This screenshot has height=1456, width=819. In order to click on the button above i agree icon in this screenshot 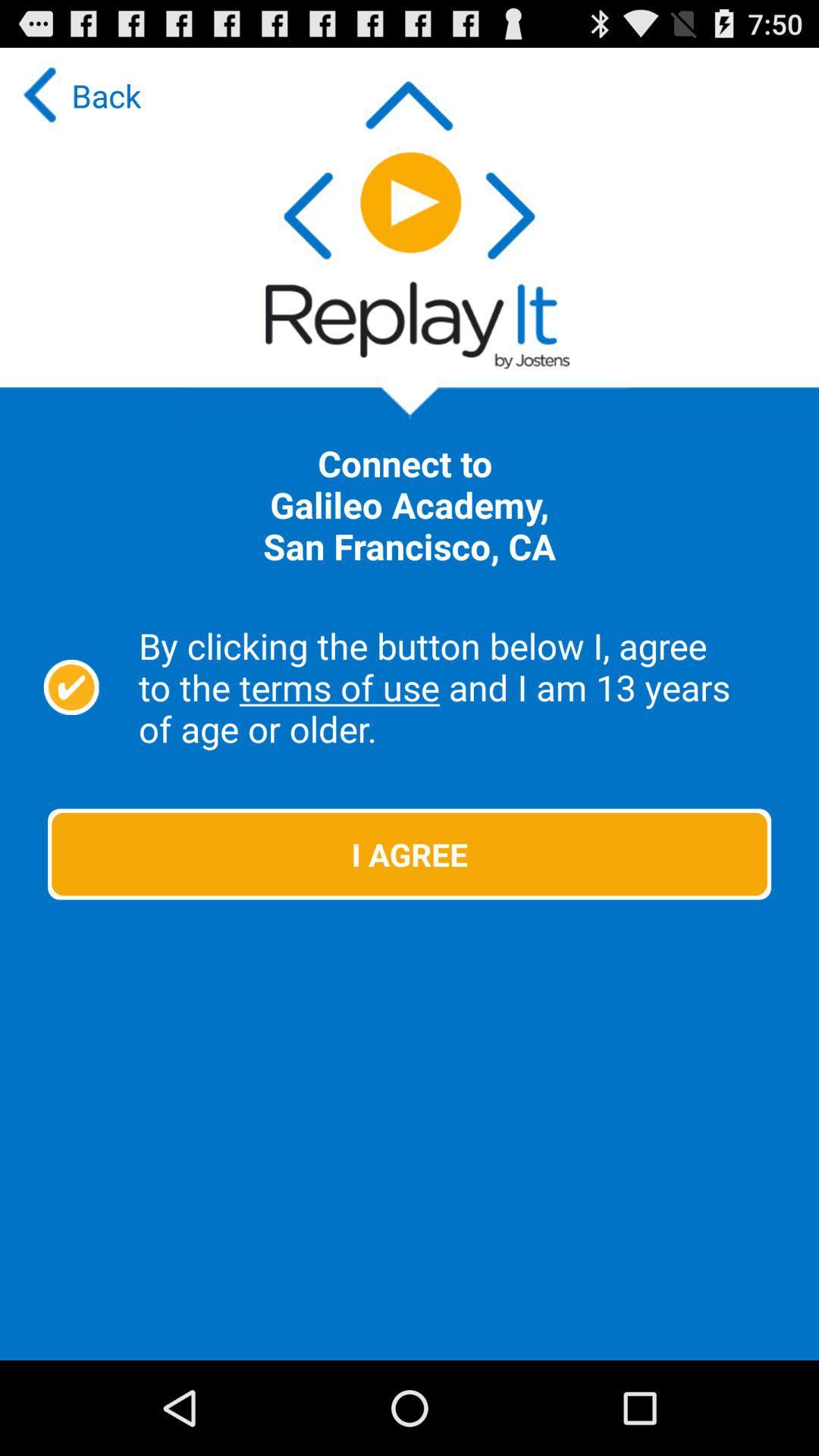, I will do `click(460, 686)`.